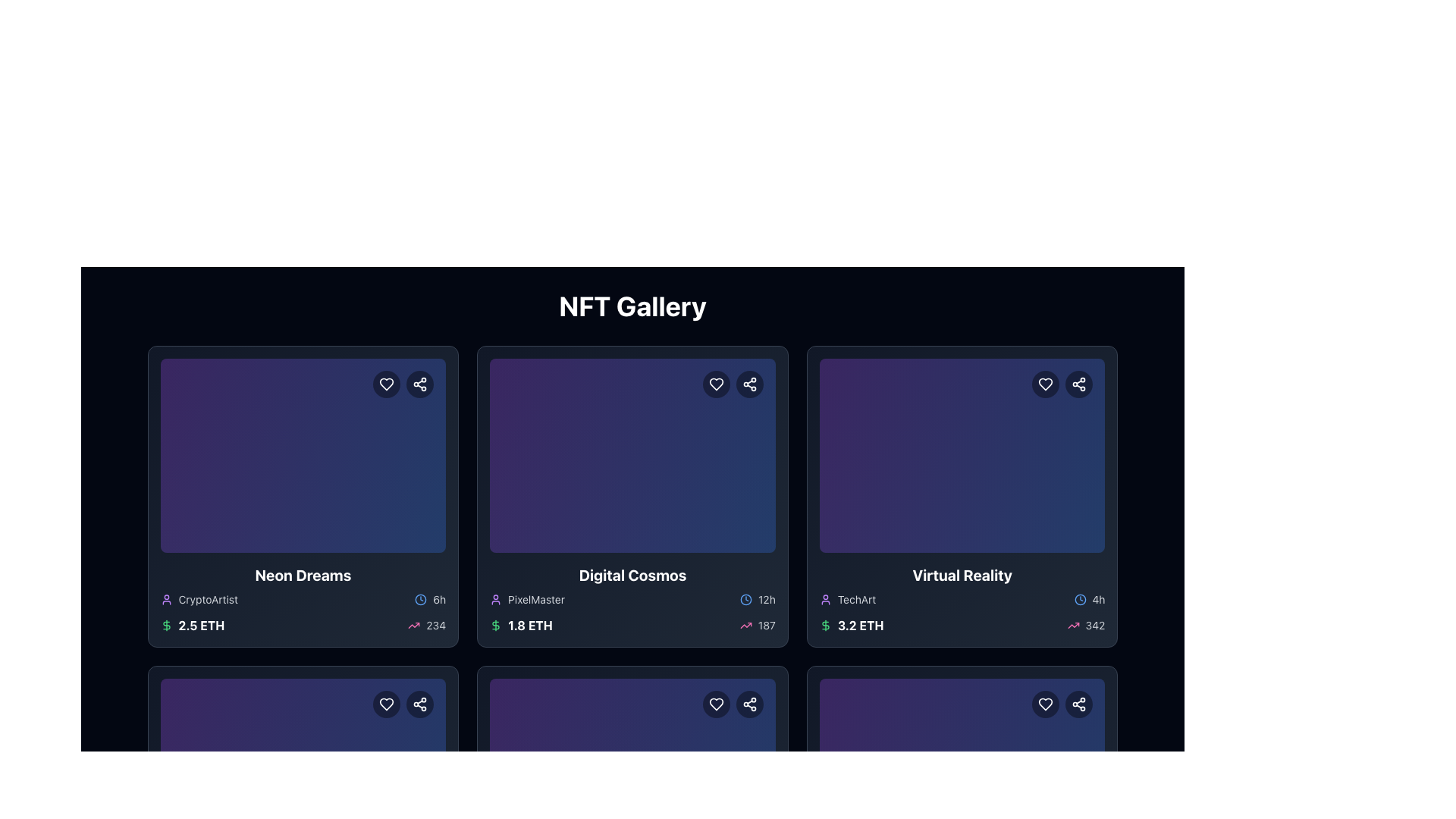 This screenshot has height=819, width=1456. What do you see at coordinates (1072, 626) in the screenshot?
I see `the trend indicator icon located in the bottom right corner of the third card in the top row, which is adjacent to the numeric indicator '342'` at bounding box center [1072, 626].